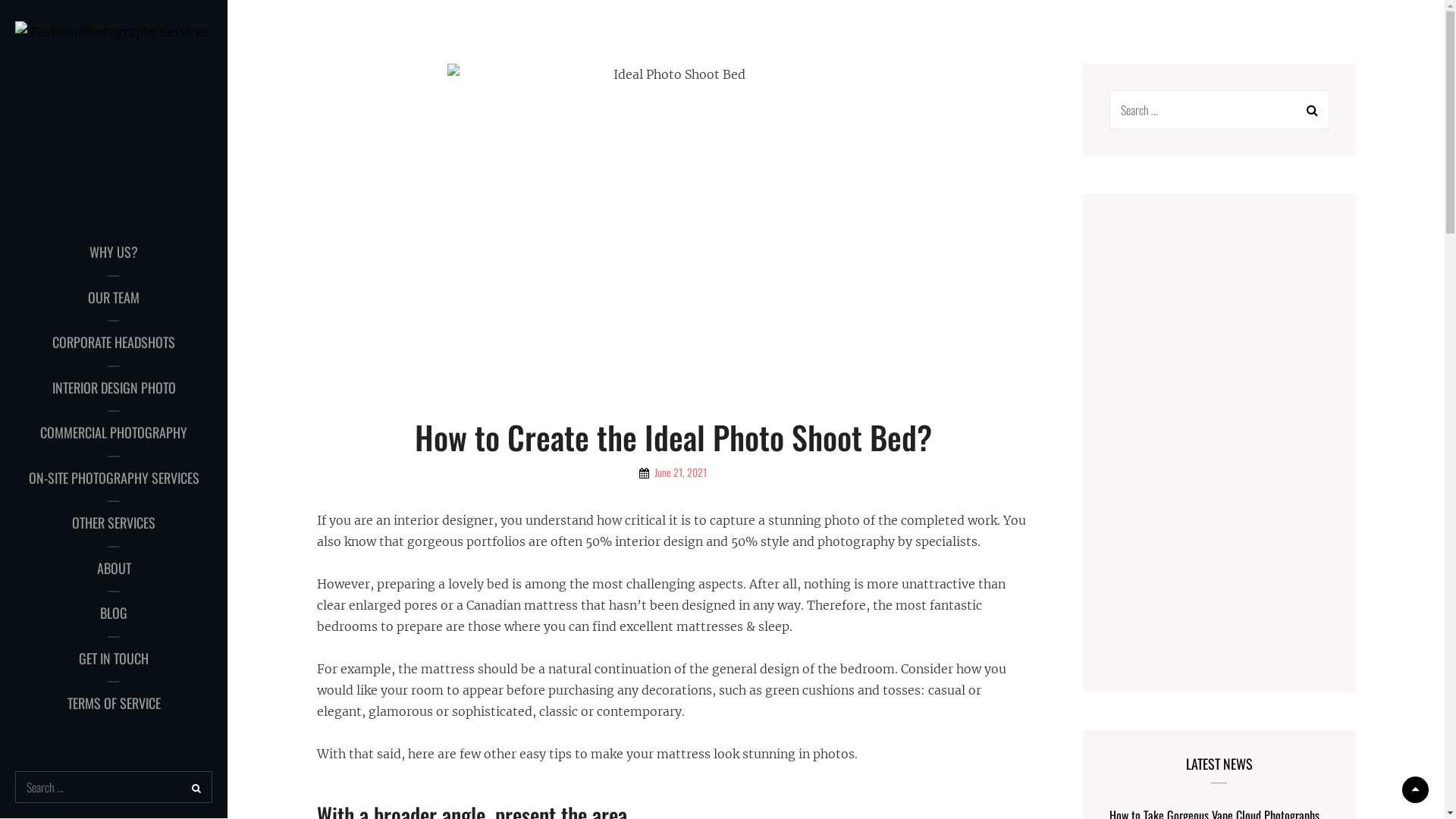  What do you see at coordinates (112, 568) in the screenshot?
I see `'ABOUT'` at bounding box center [112, 568].